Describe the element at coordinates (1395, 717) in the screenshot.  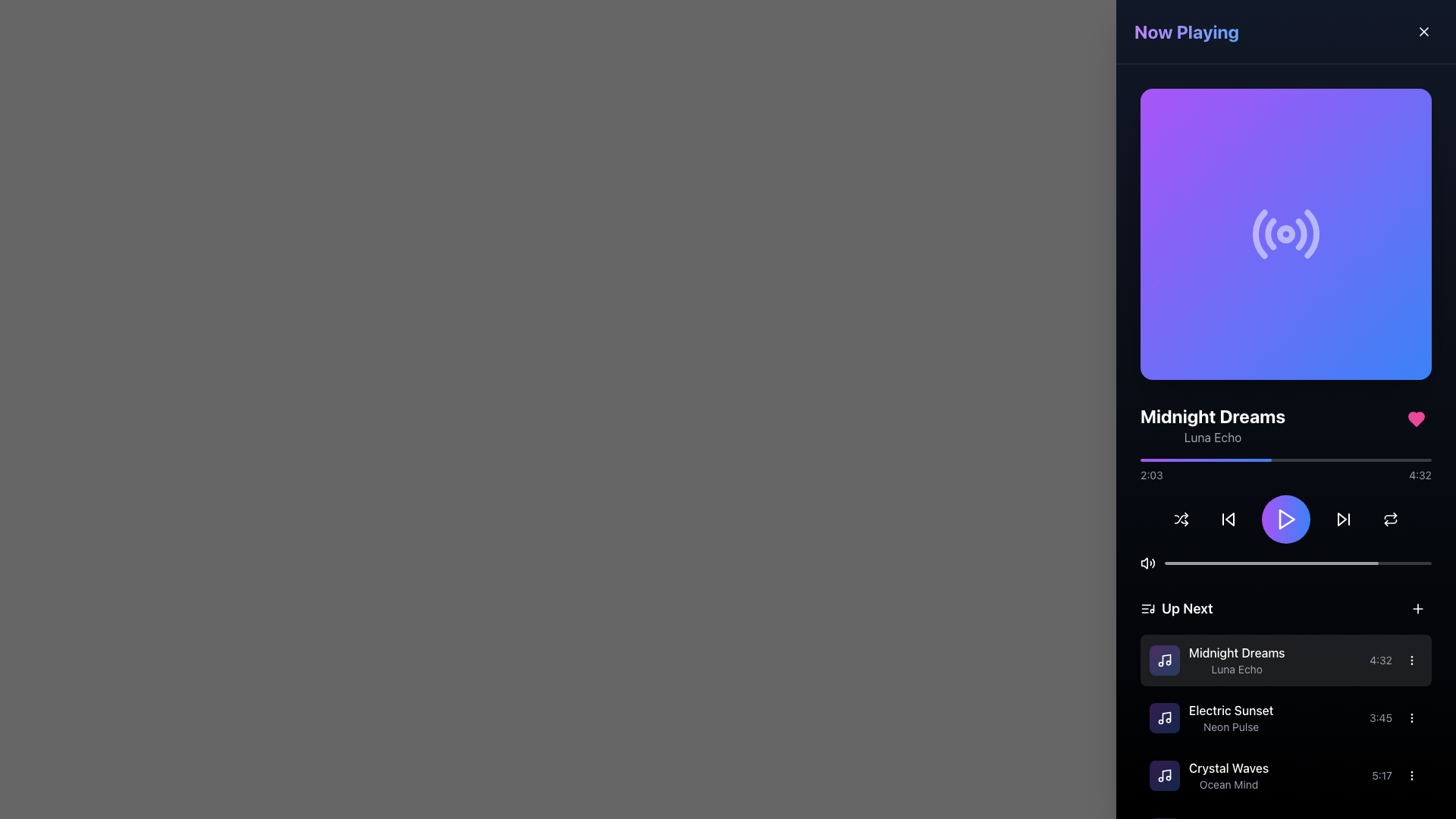
I see `the interactive three-dot icon in the Duration label component displaying '3:45'` at that location.